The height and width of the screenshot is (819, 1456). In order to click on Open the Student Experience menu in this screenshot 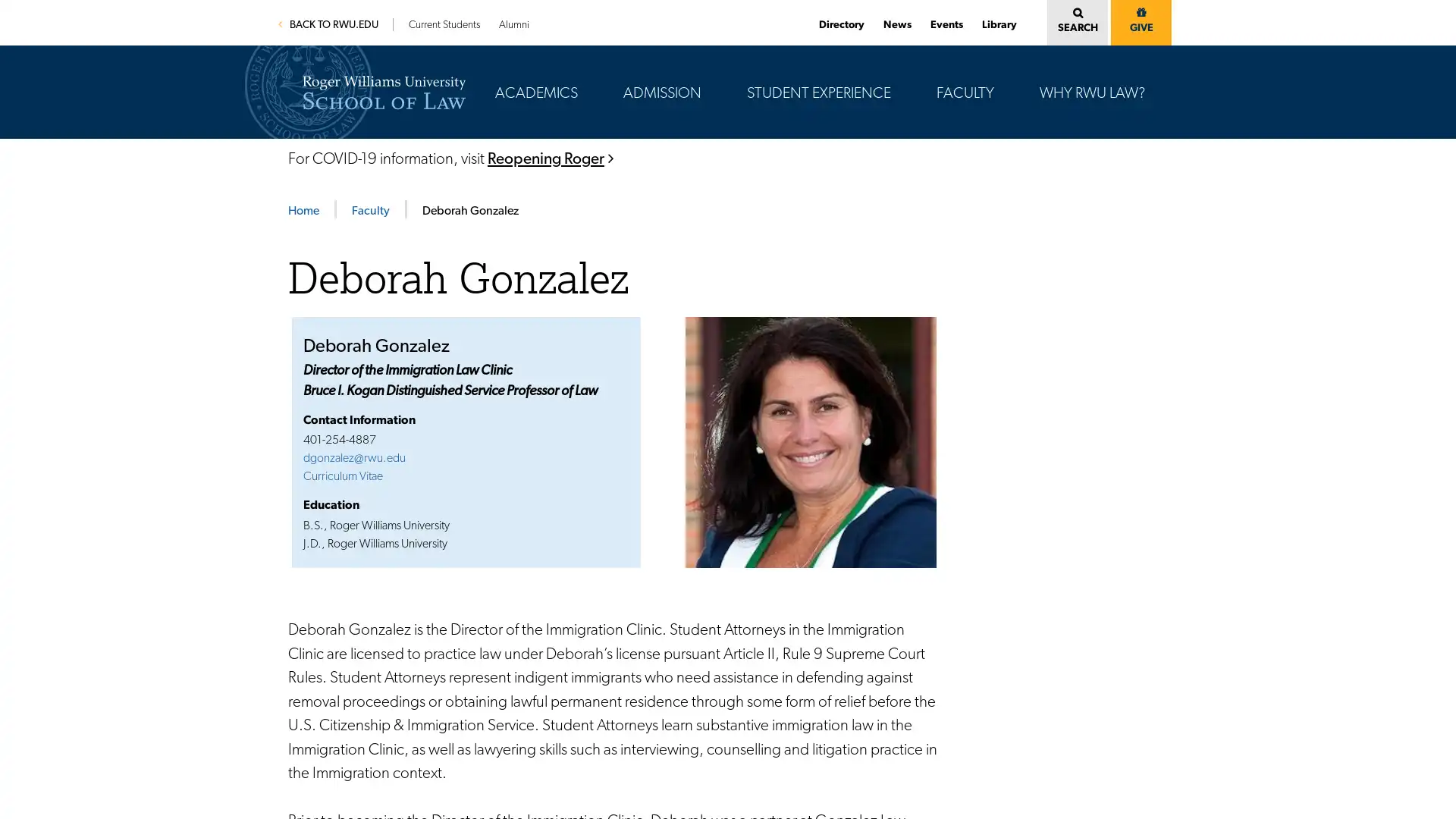, I will do `click(896, 48)`.